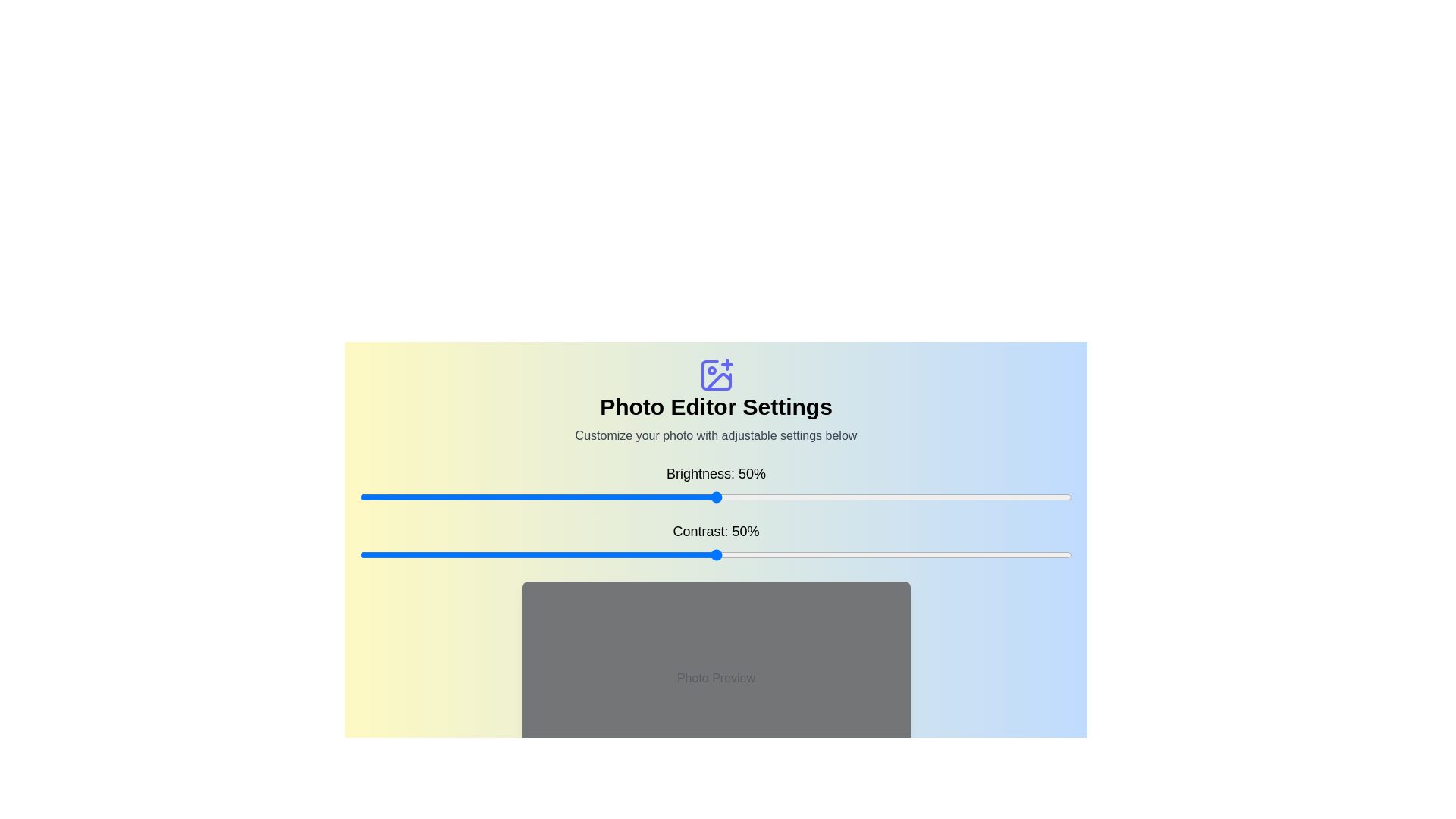 Image resolution: width=1456 pixels, height=819 pixels. Describe the element at coordinates (1043, 555) in the screenshot. I see `the contrast slider to 96%` at that location.